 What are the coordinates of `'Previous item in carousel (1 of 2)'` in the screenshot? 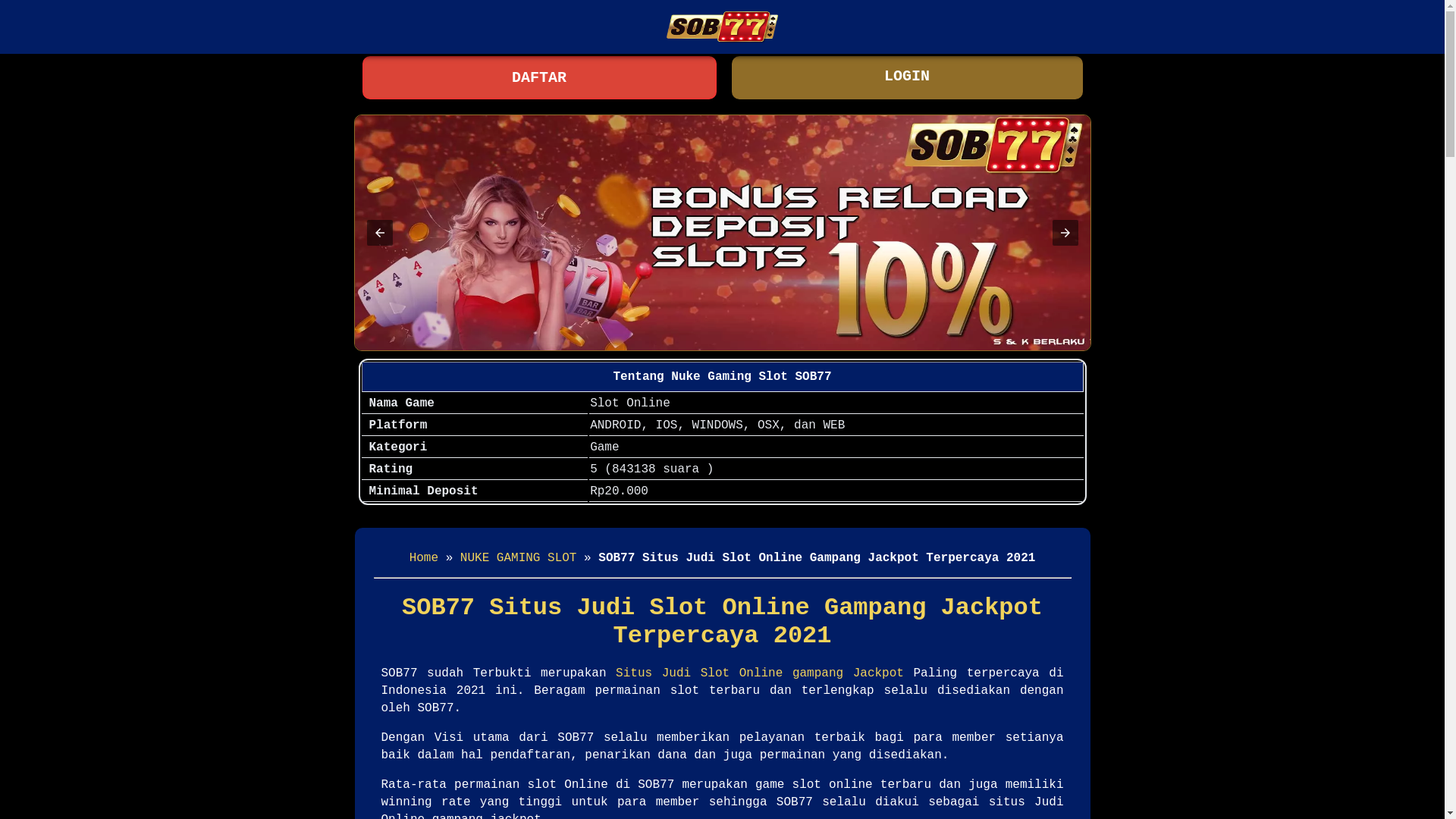 It's located at (379, 233).